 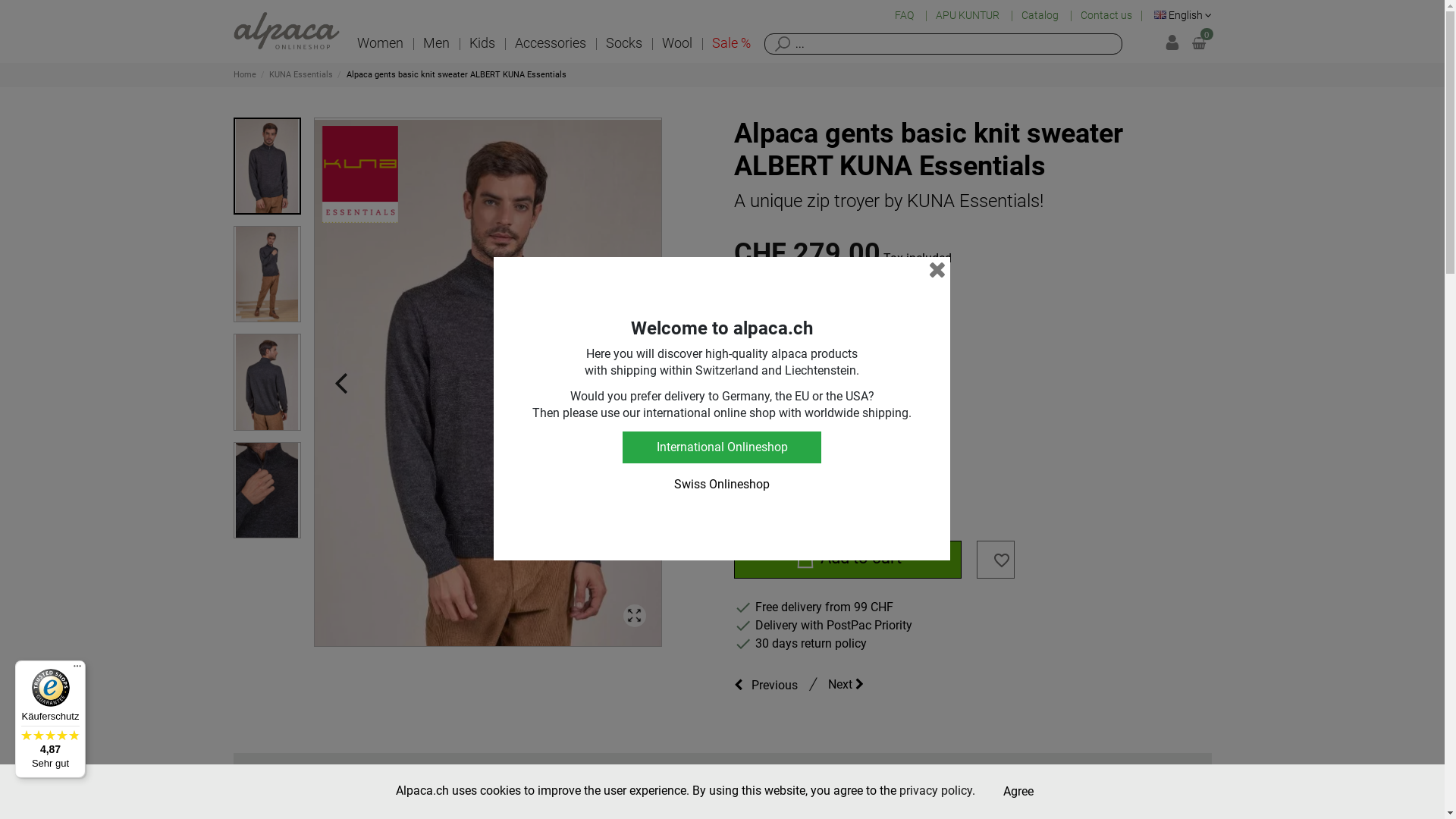 What do you see at coordinates (1197, 42) in the screenshot?
I see `'0'` at bounding box center [1197, 42].